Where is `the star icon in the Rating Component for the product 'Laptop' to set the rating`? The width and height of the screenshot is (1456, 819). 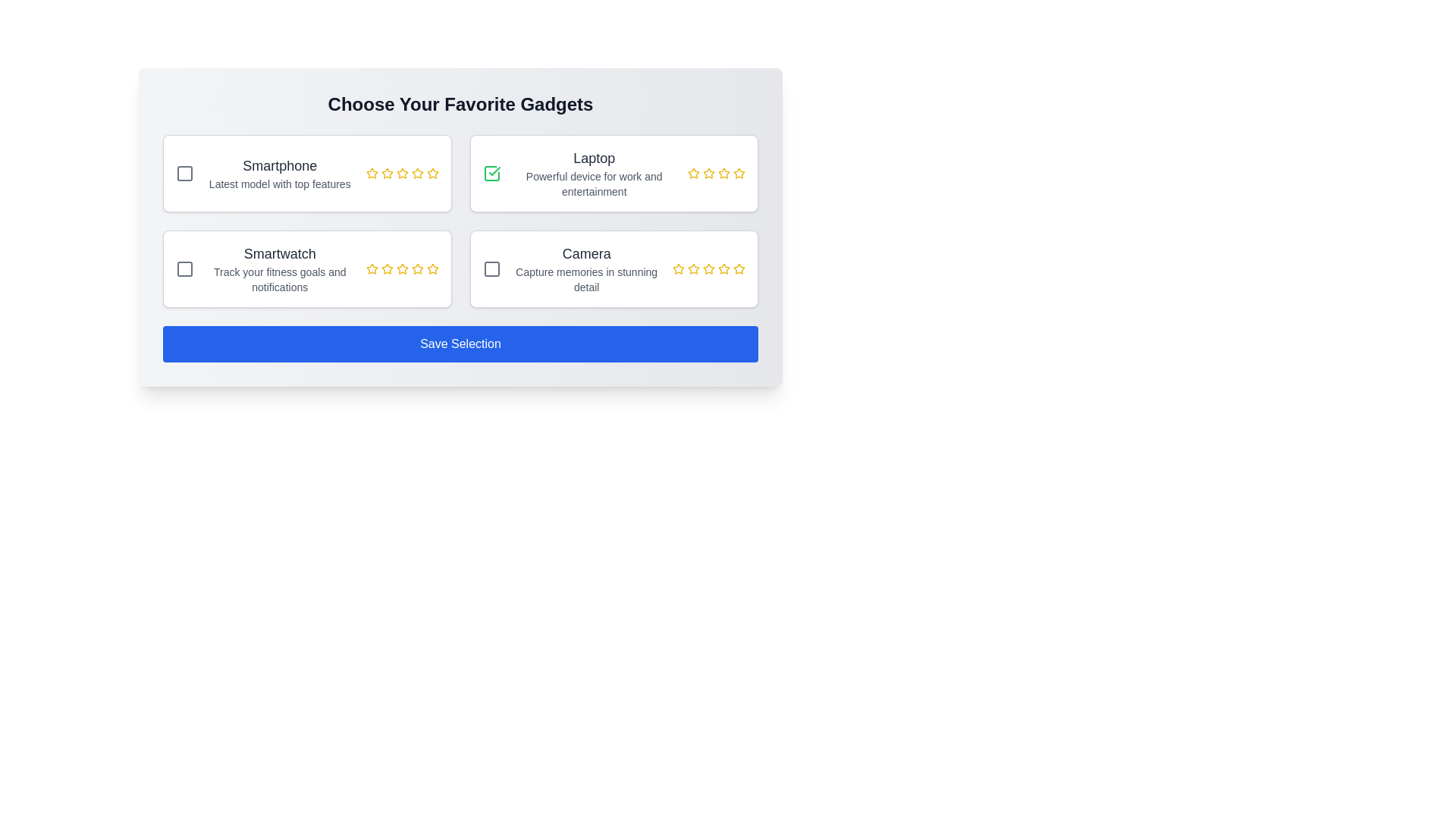 the star icon in the Rating Component for the product 'Laptop' to set the rating is located at coordinates (716, 172).